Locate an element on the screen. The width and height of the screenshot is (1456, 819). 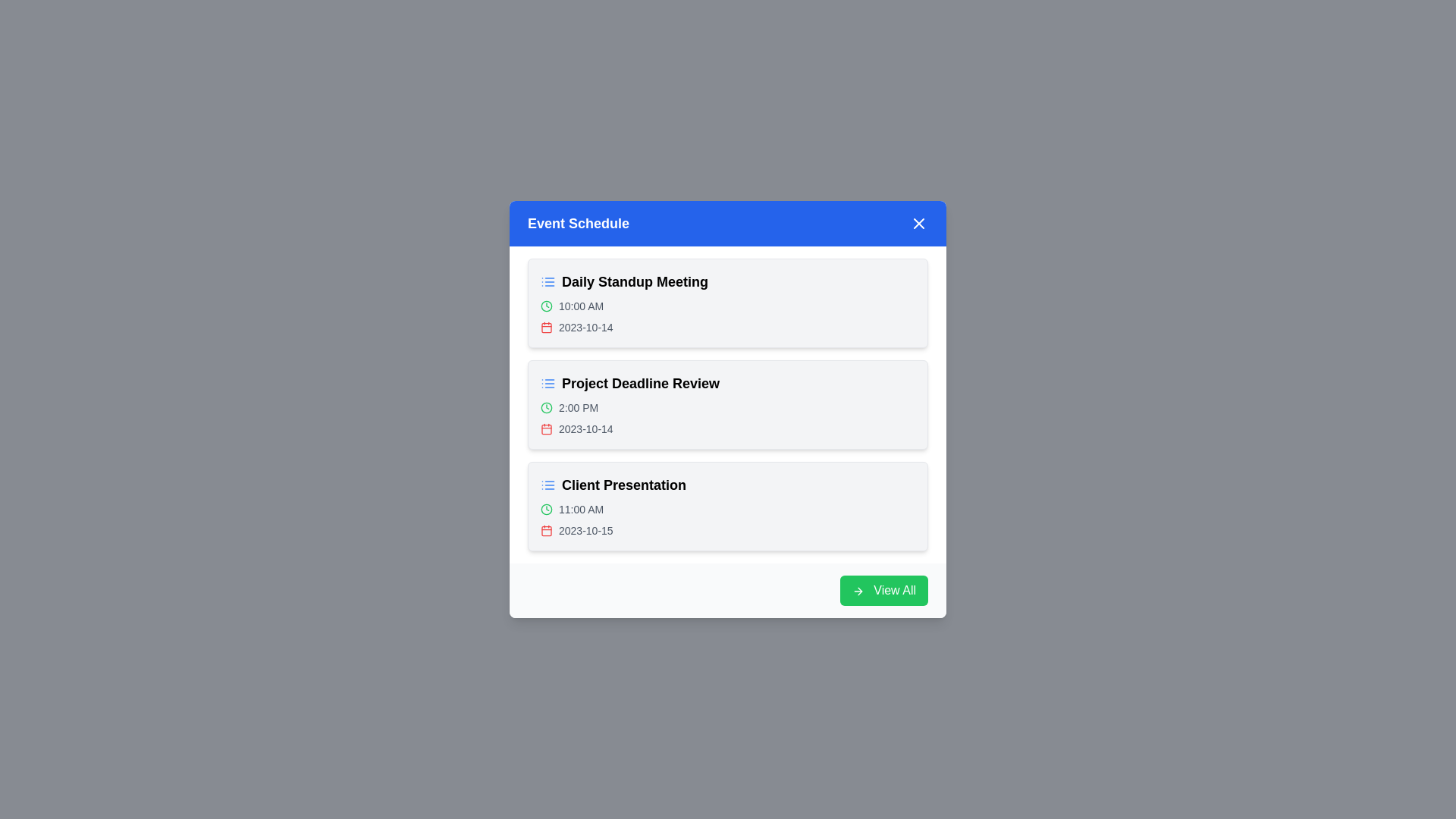
the Icon indicating the scheduled event time of '11:00 AM', located in the 'Client Presentation' section of the event schedule, next to the time description is located at coordinates (546, 509).